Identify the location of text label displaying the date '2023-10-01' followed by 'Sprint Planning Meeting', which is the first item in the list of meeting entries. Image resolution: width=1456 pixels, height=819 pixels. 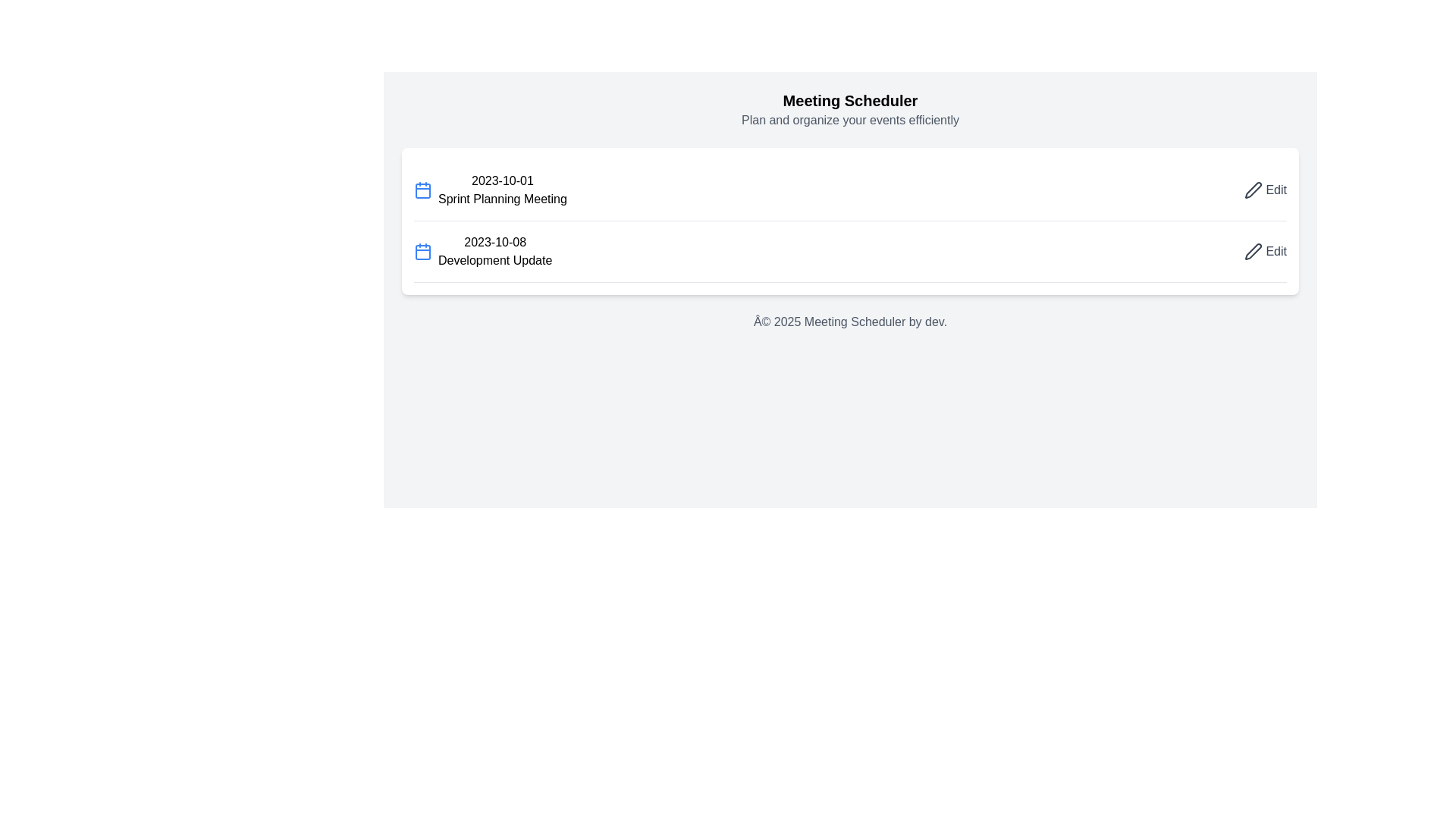
(502, 189).